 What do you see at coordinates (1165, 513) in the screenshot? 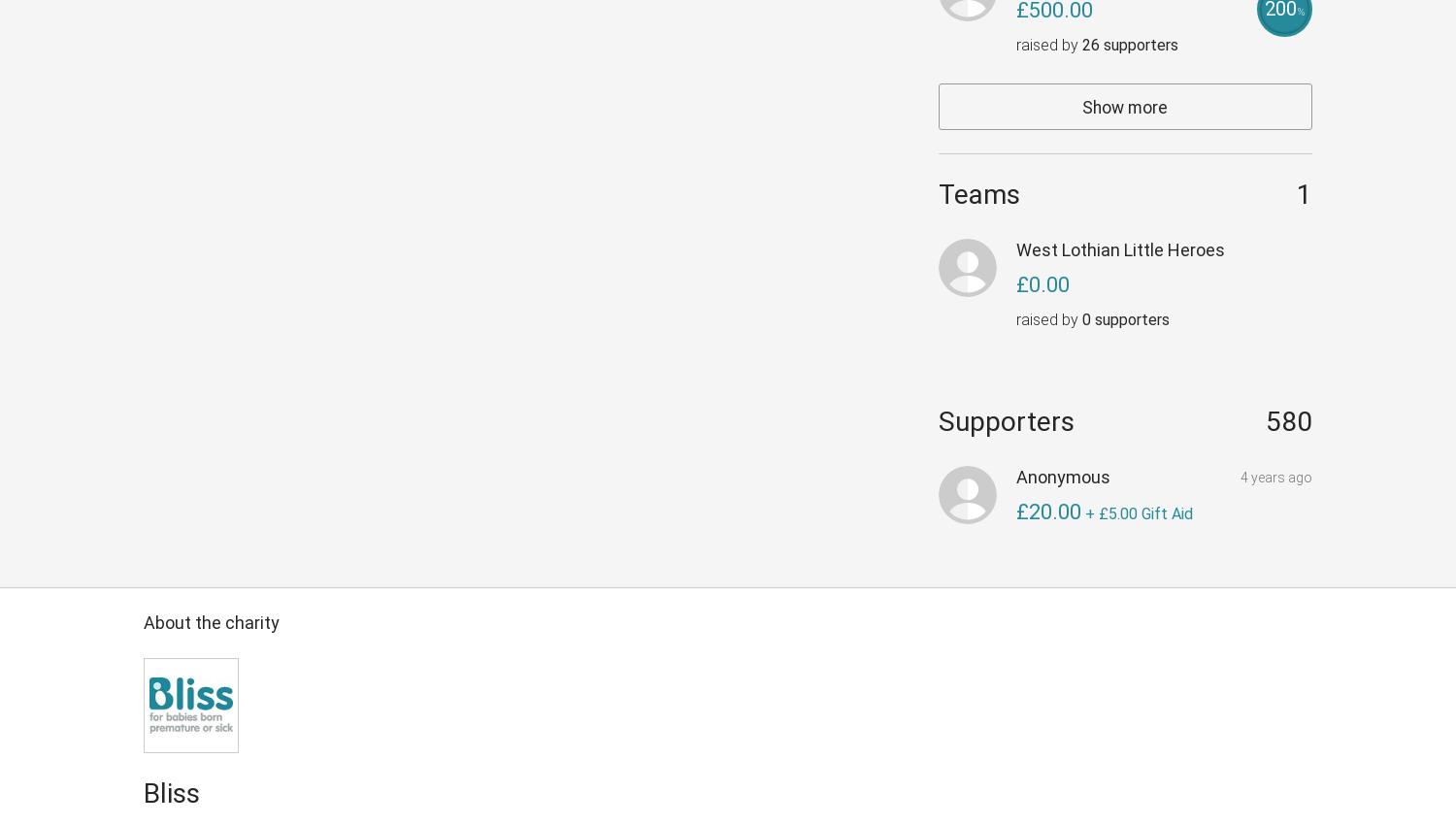
I see `'Gift Aid'` at bounding box center [1165, 513].